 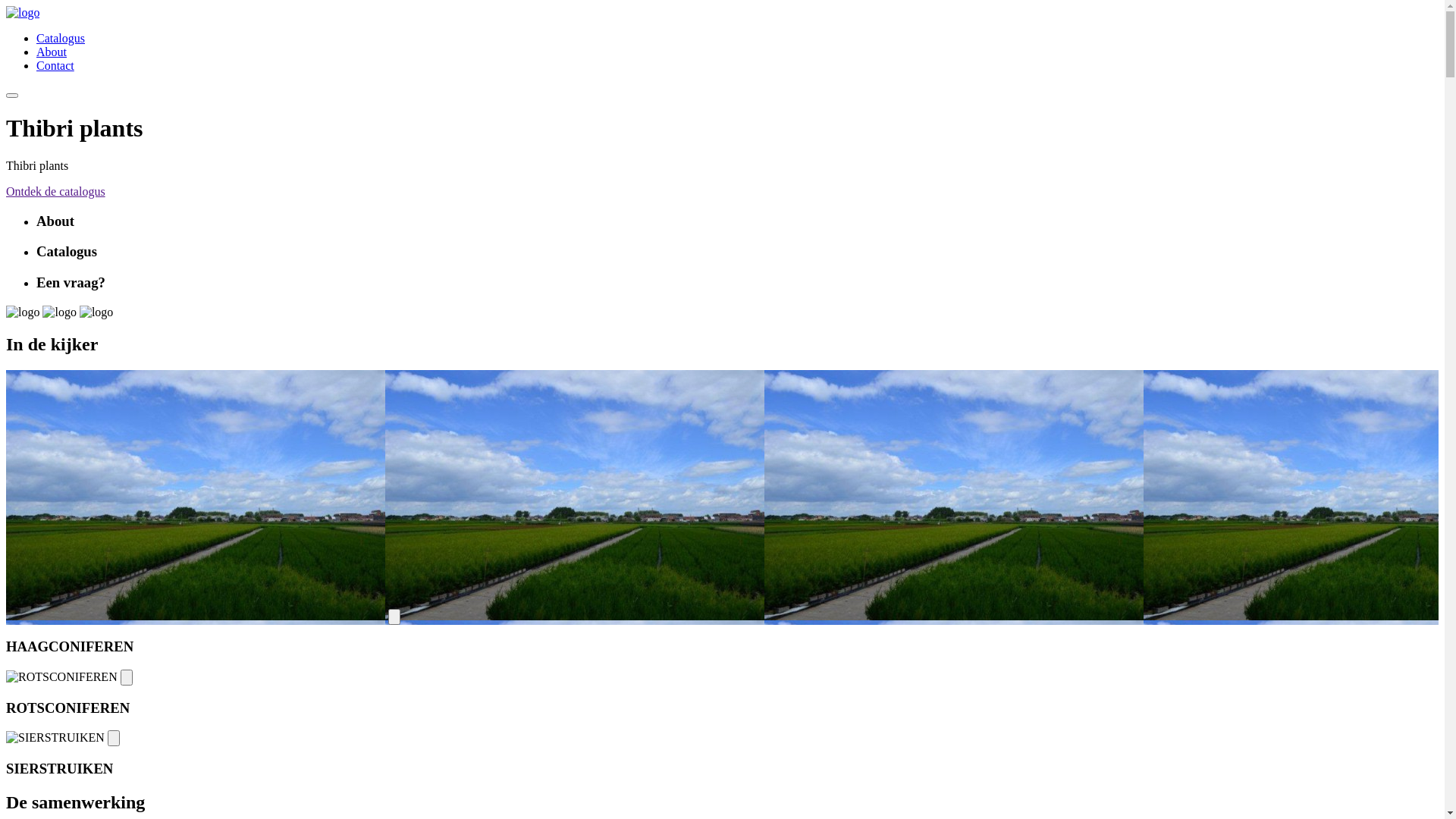 I want to click on 'Contact', so click(x=55, y=64).